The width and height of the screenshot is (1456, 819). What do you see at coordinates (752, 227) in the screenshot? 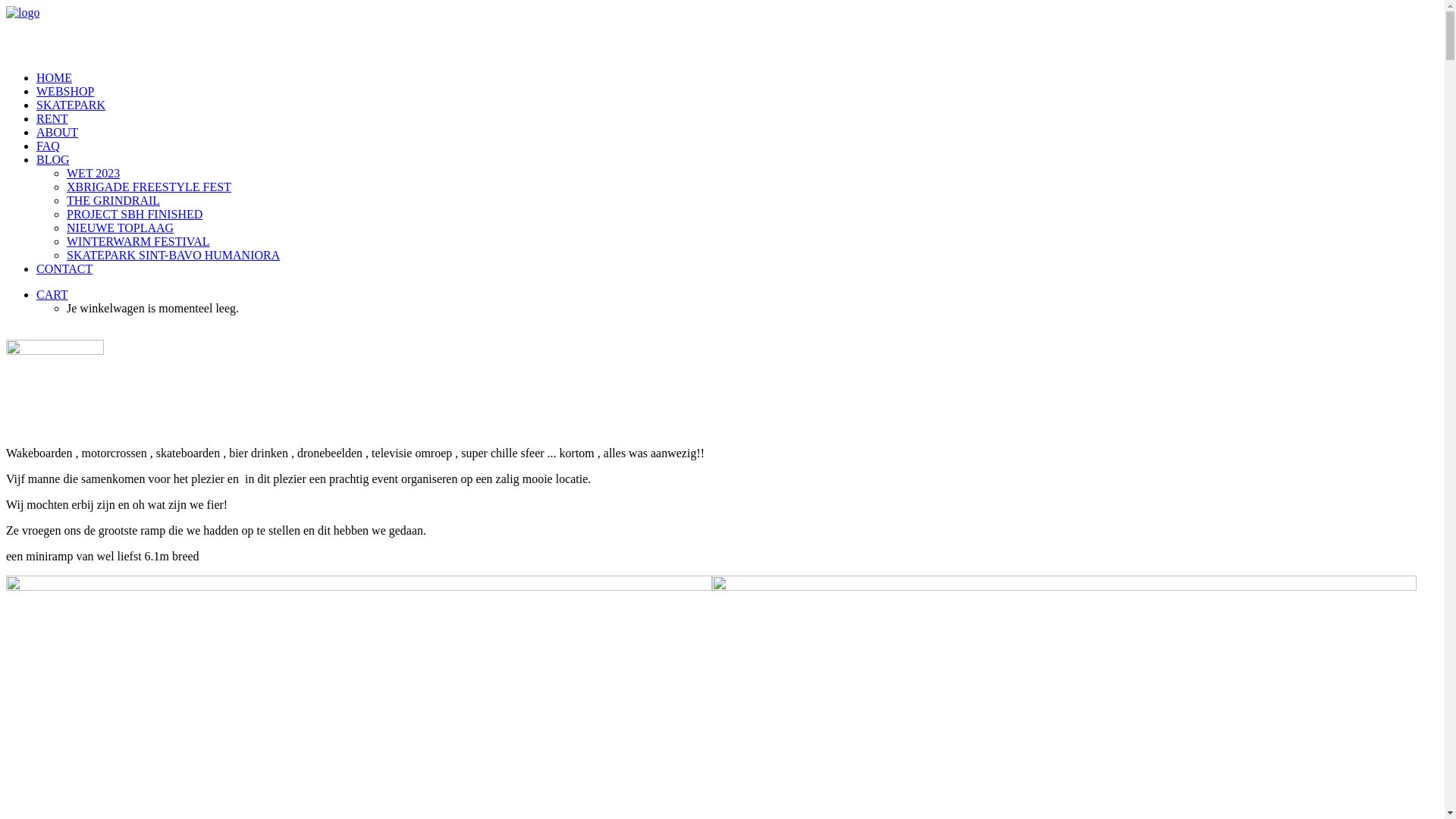
I see `'NIEUWE TOPLAAG'` at bounding box center [752, 227].